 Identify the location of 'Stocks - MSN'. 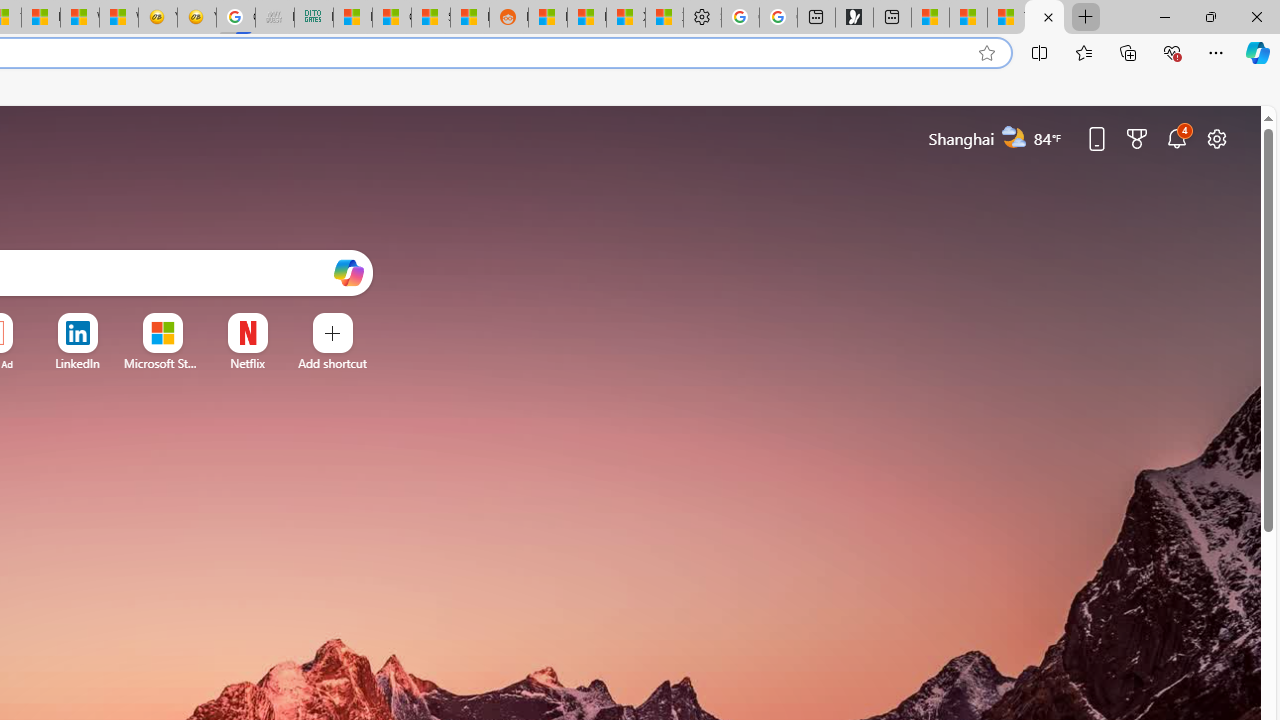
(430, 17).